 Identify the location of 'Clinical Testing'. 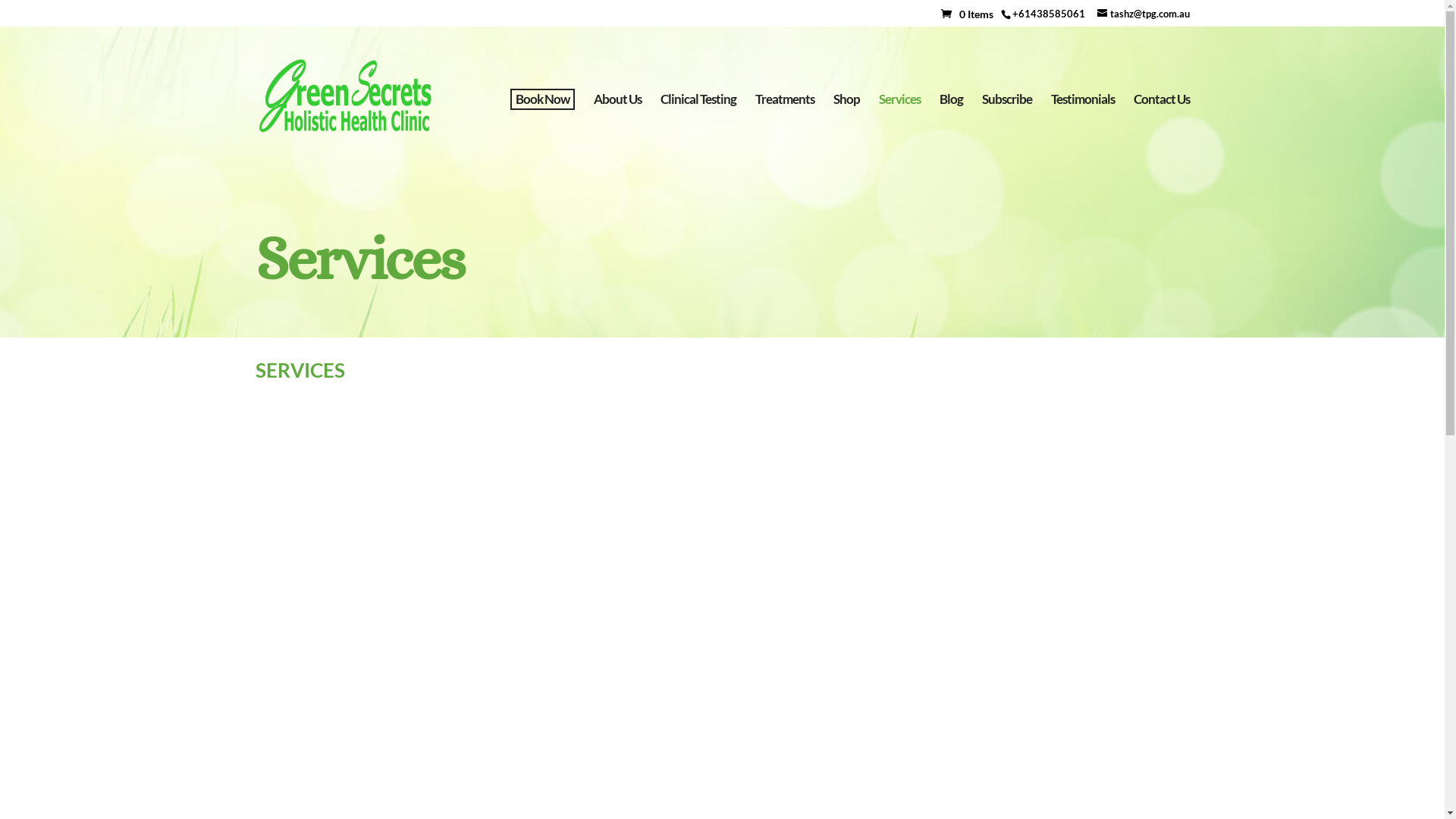
(697, 130).